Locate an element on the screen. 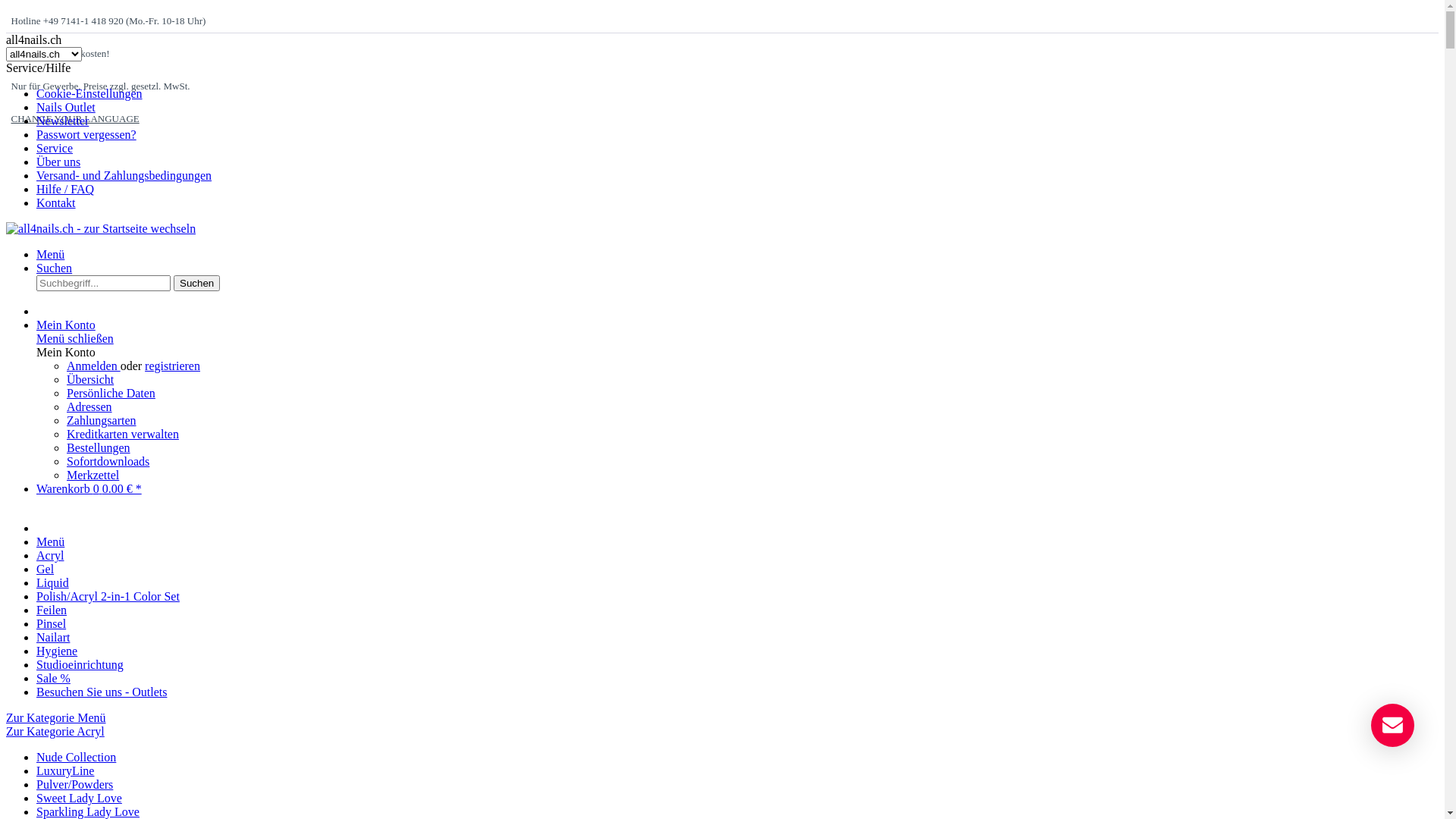  'Versand- und Zahlungsbedingungen' is located at coordinates (124, 174).